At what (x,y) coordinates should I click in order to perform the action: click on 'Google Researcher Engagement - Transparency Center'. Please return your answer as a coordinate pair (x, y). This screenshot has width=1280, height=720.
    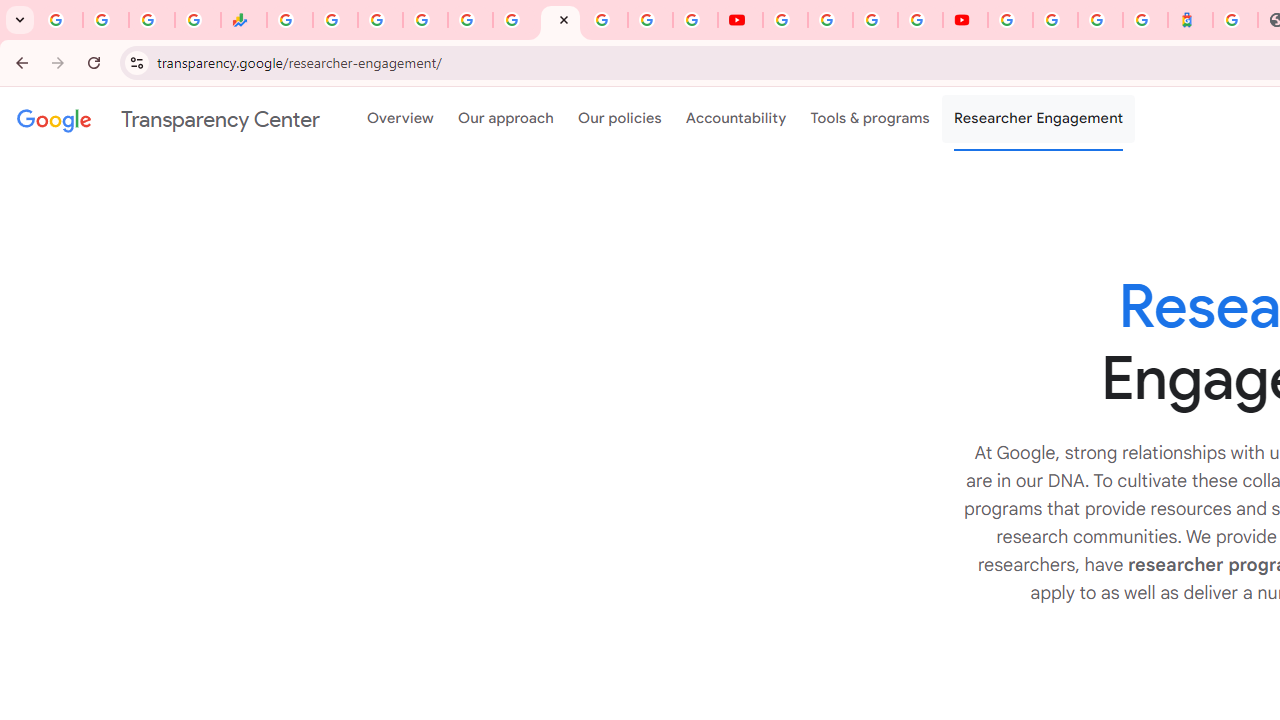
    Looking at the image, I should click on (560, 20).